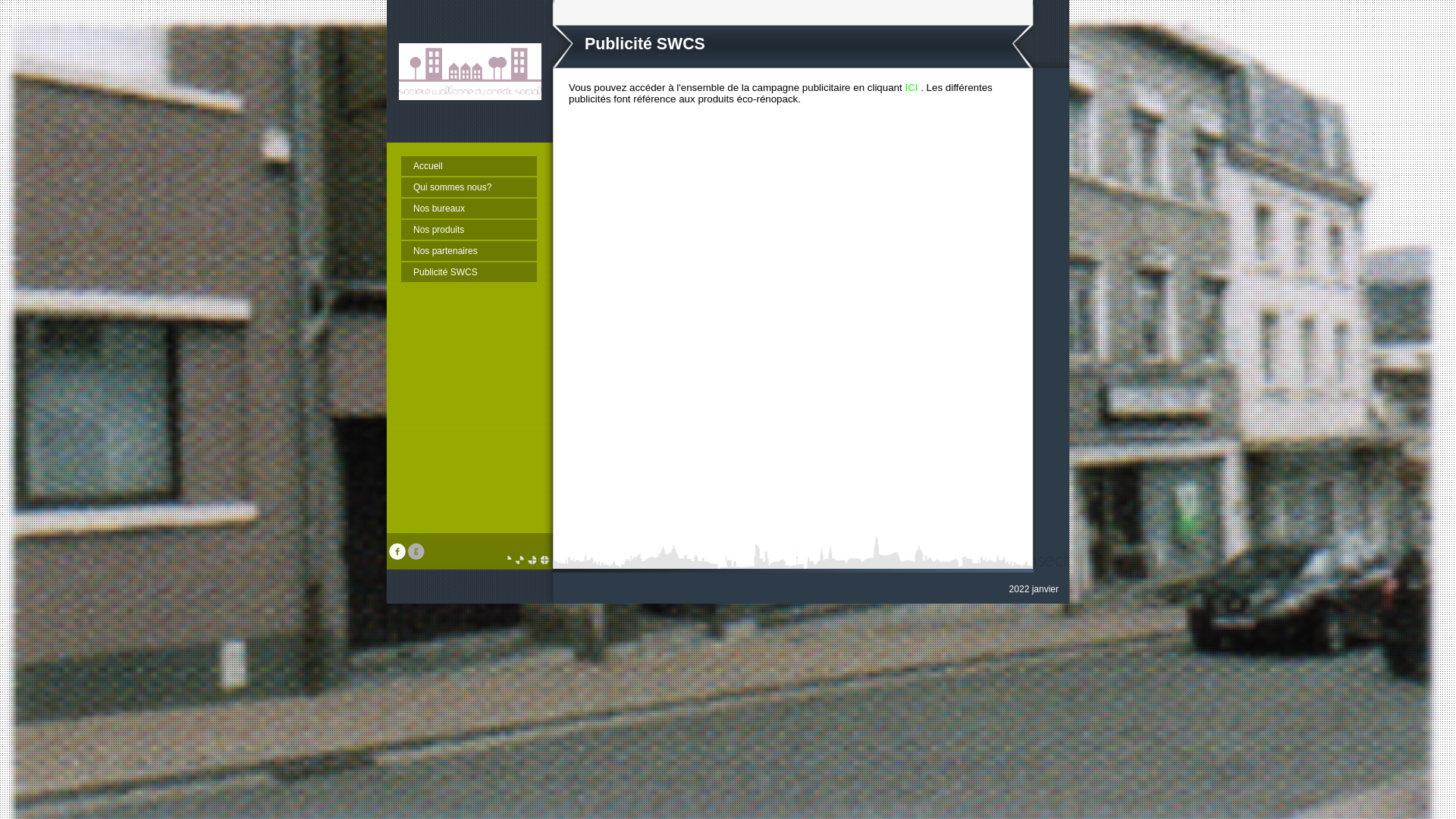  What do you see at coordinates (418, 556) in the screenshot?
I see `' '` at bounding box center [418, 556].